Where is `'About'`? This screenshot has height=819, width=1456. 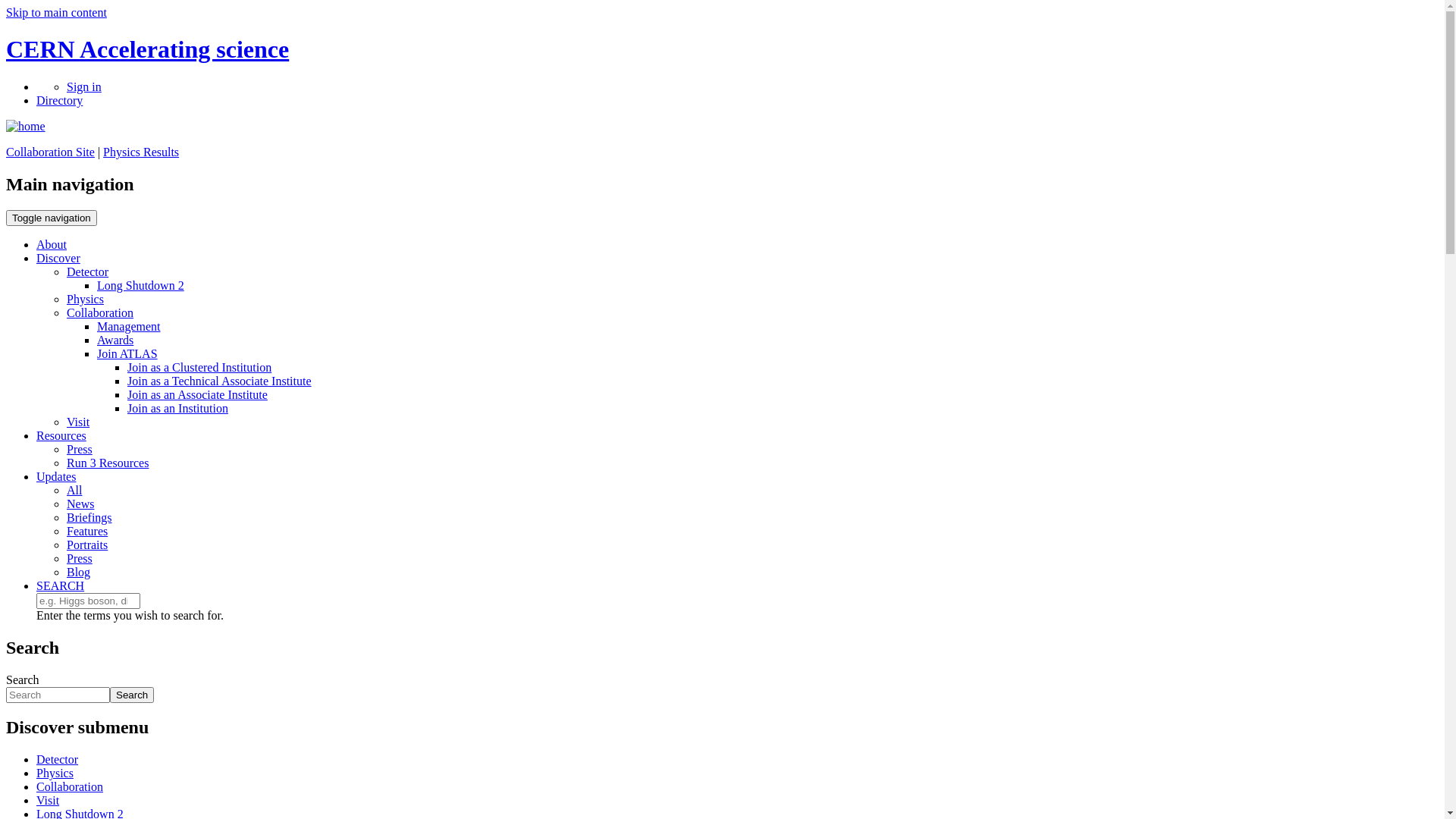
'About' is located at coordinates (51, 243).